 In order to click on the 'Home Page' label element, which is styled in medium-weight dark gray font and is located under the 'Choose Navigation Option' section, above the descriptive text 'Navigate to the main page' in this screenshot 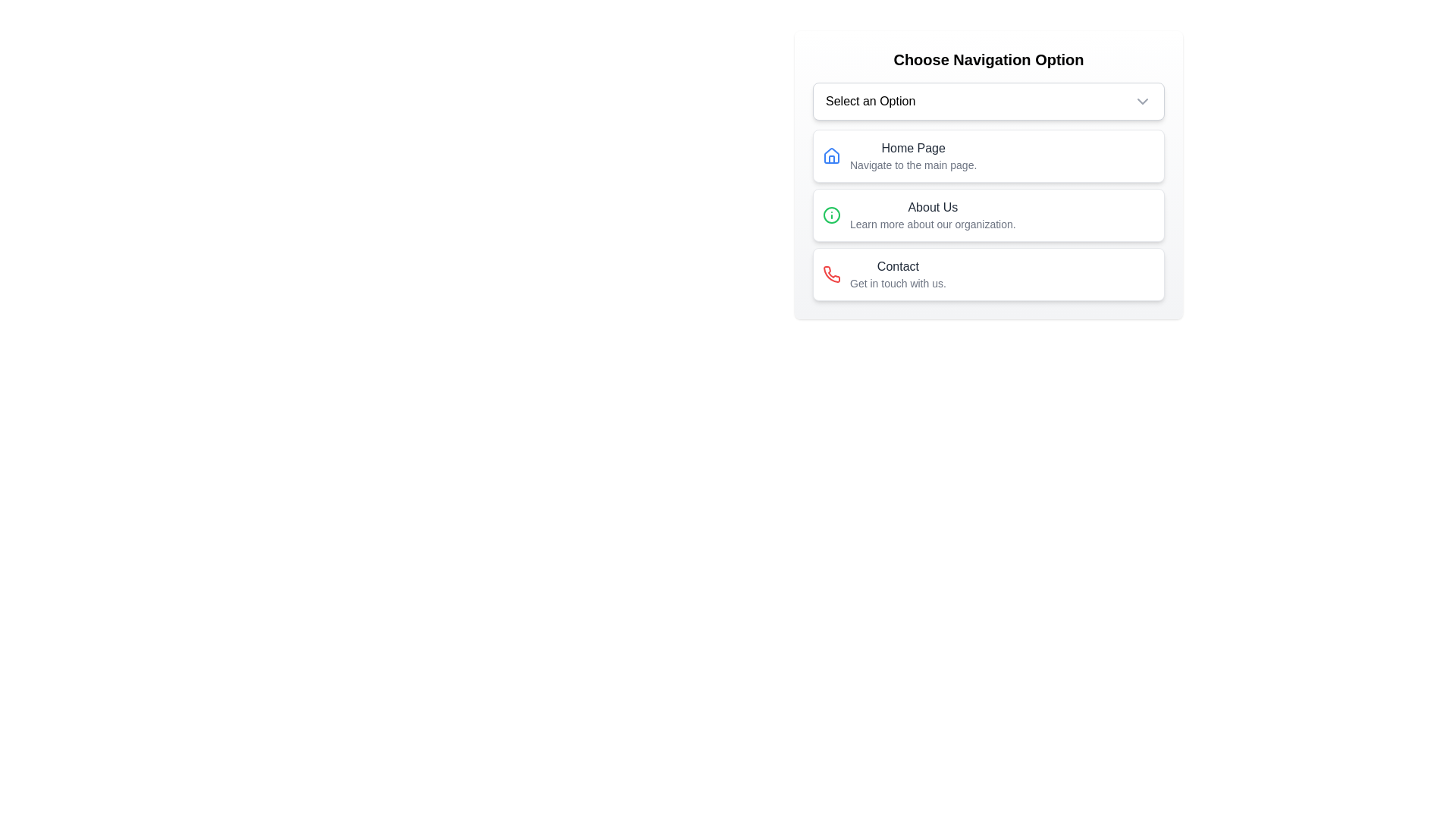, I will do `click(912, 149)`.